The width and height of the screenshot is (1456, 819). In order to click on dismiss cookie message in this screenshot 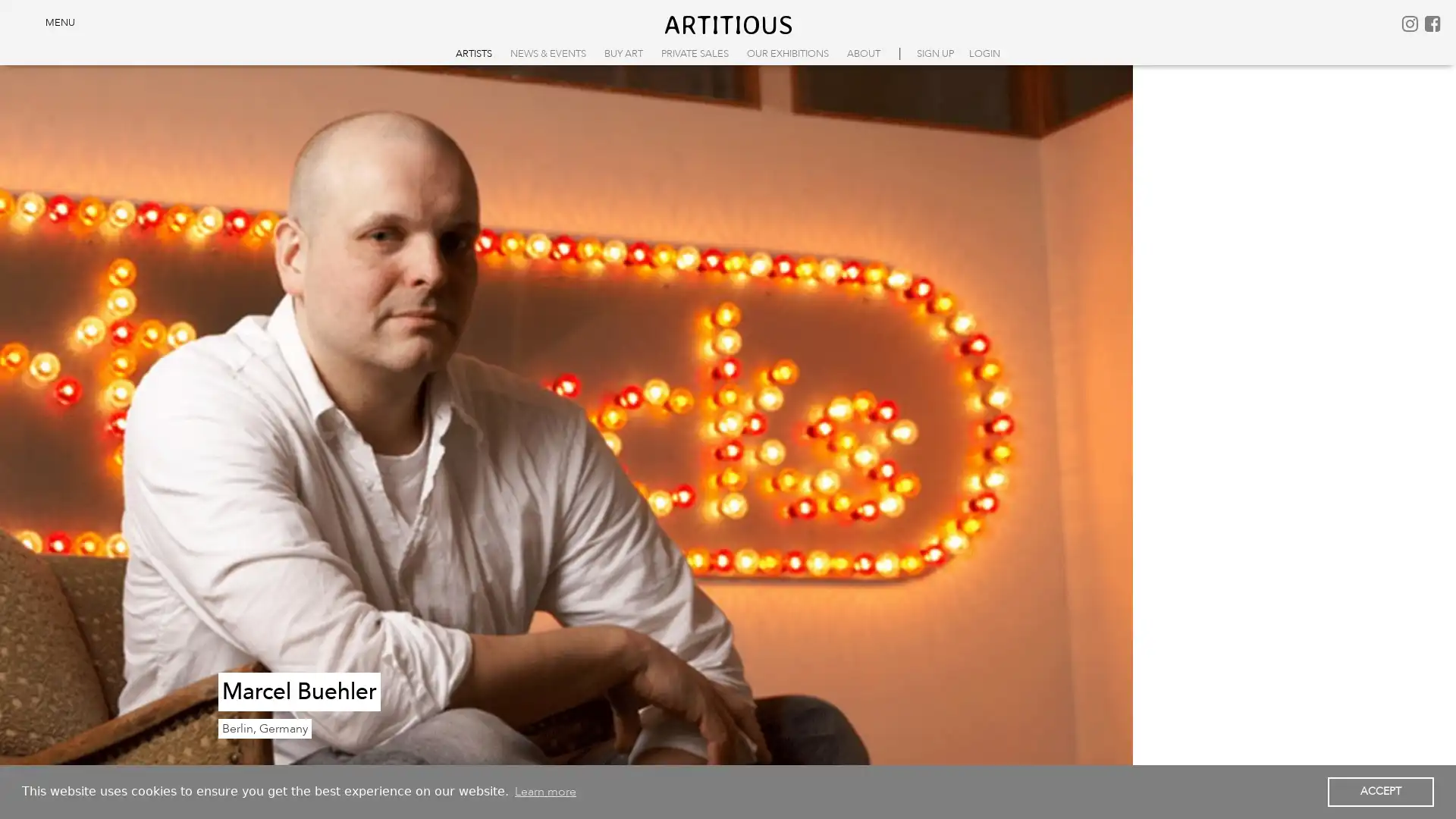, I will do `click(1380, 791)`.